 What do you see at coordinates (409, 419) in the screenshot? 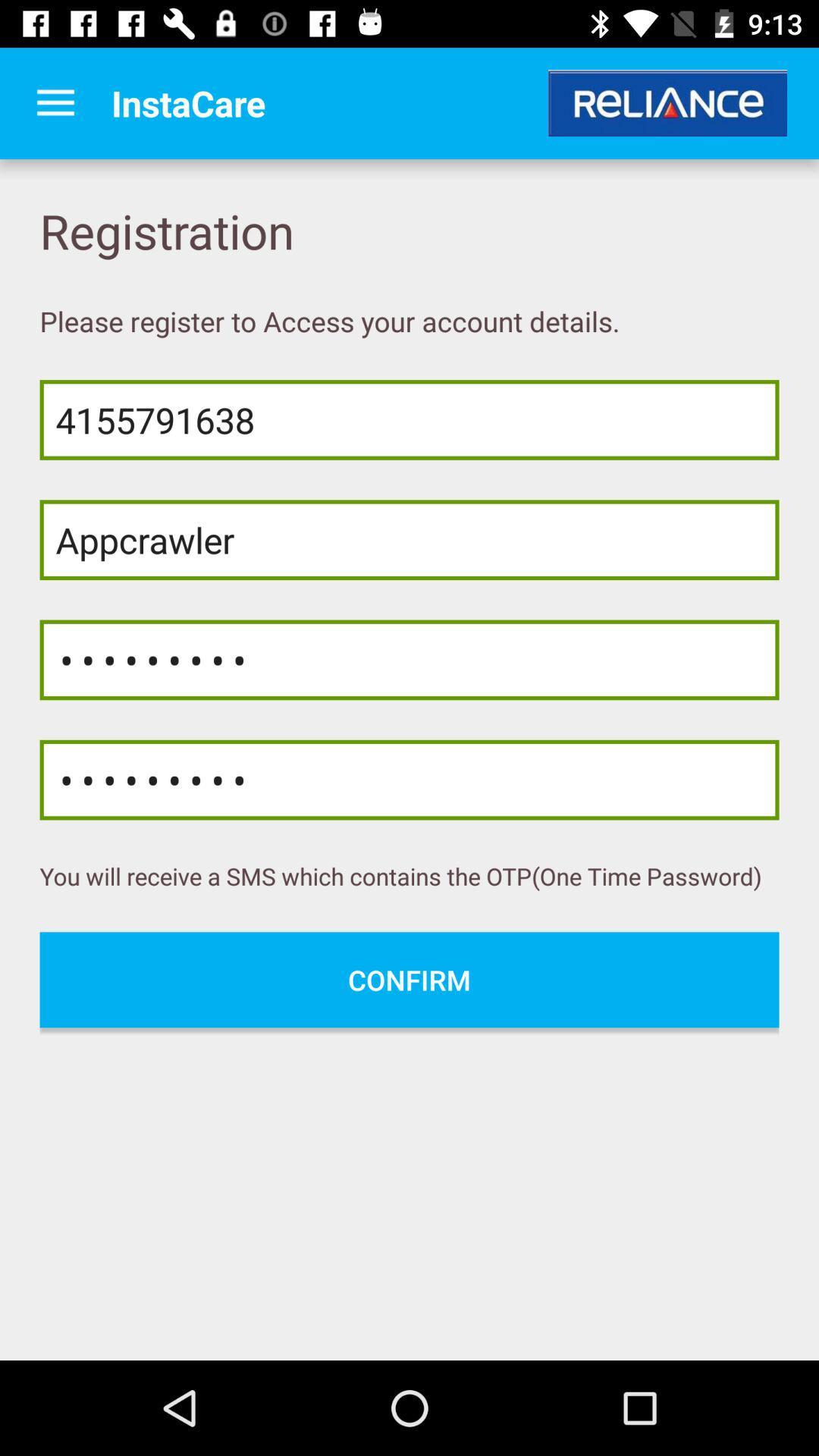
I see `item below the please register to item` at bounding box center [409, 419].